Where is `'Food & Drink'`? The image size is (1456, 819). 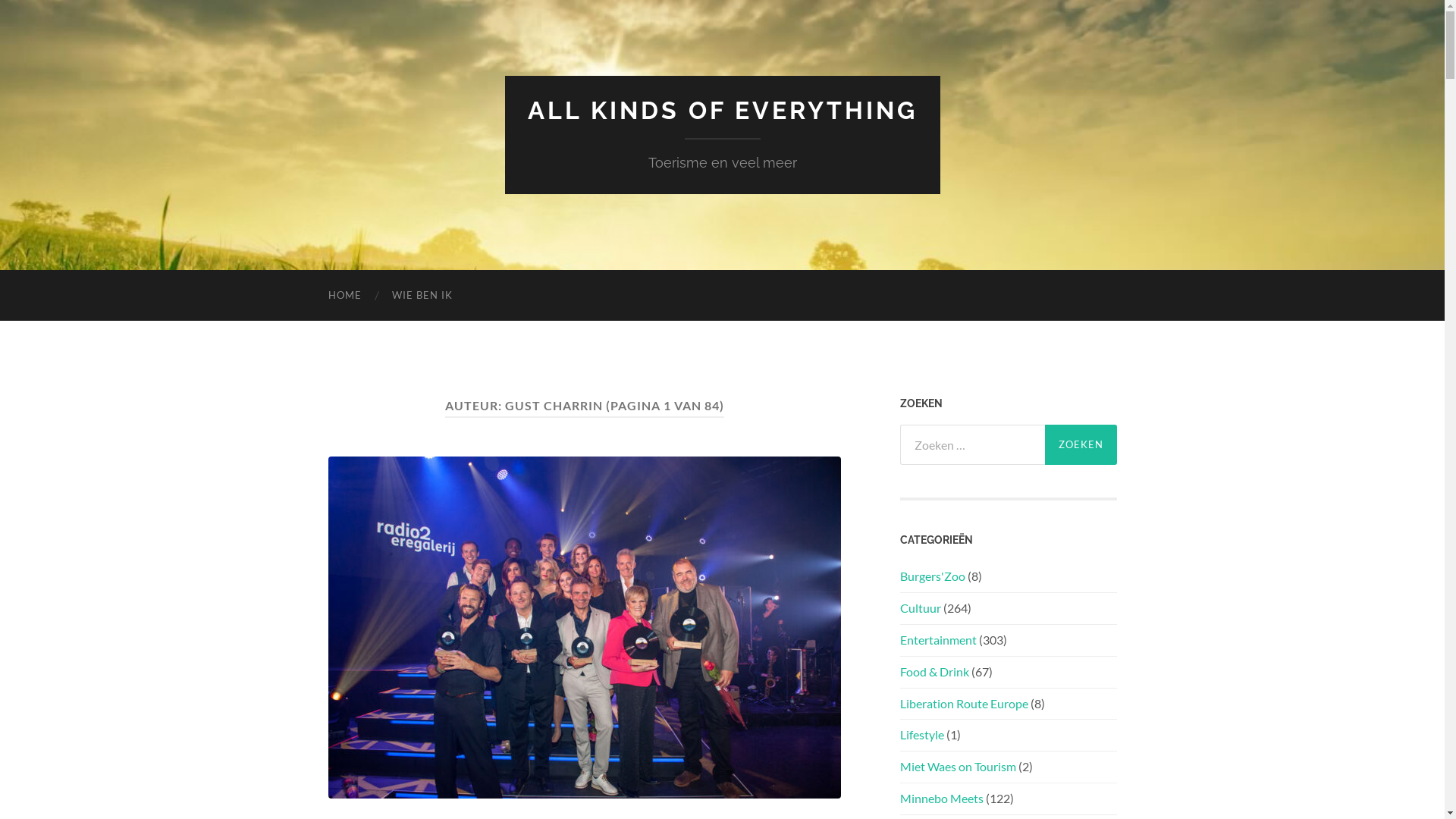
'Food & Drink' is located at coordinates (933, 670).